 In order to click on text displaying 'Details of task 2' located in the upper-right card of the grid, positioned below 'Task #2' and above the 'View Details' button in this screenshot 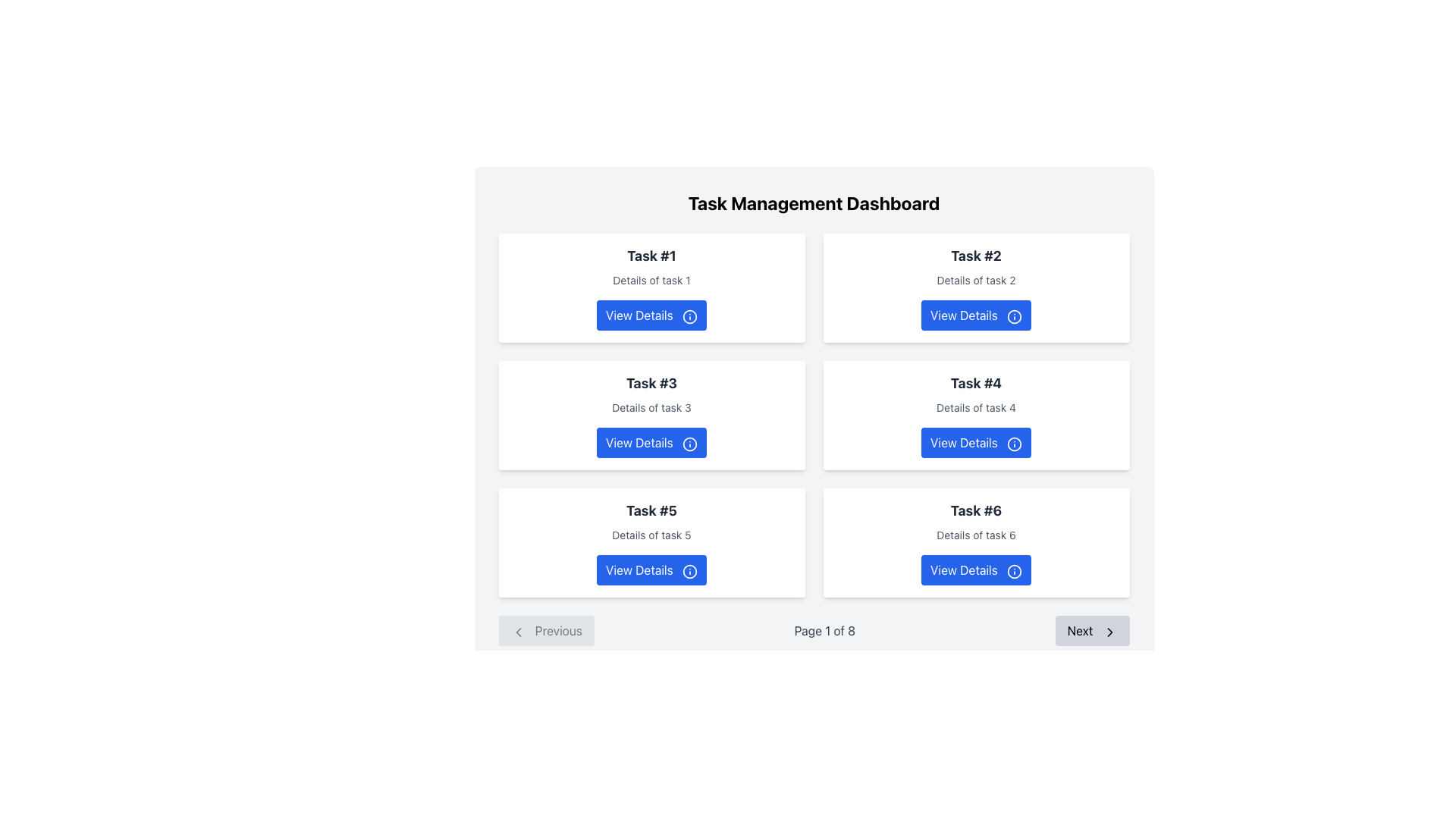, I will do `click(976, 281)`.